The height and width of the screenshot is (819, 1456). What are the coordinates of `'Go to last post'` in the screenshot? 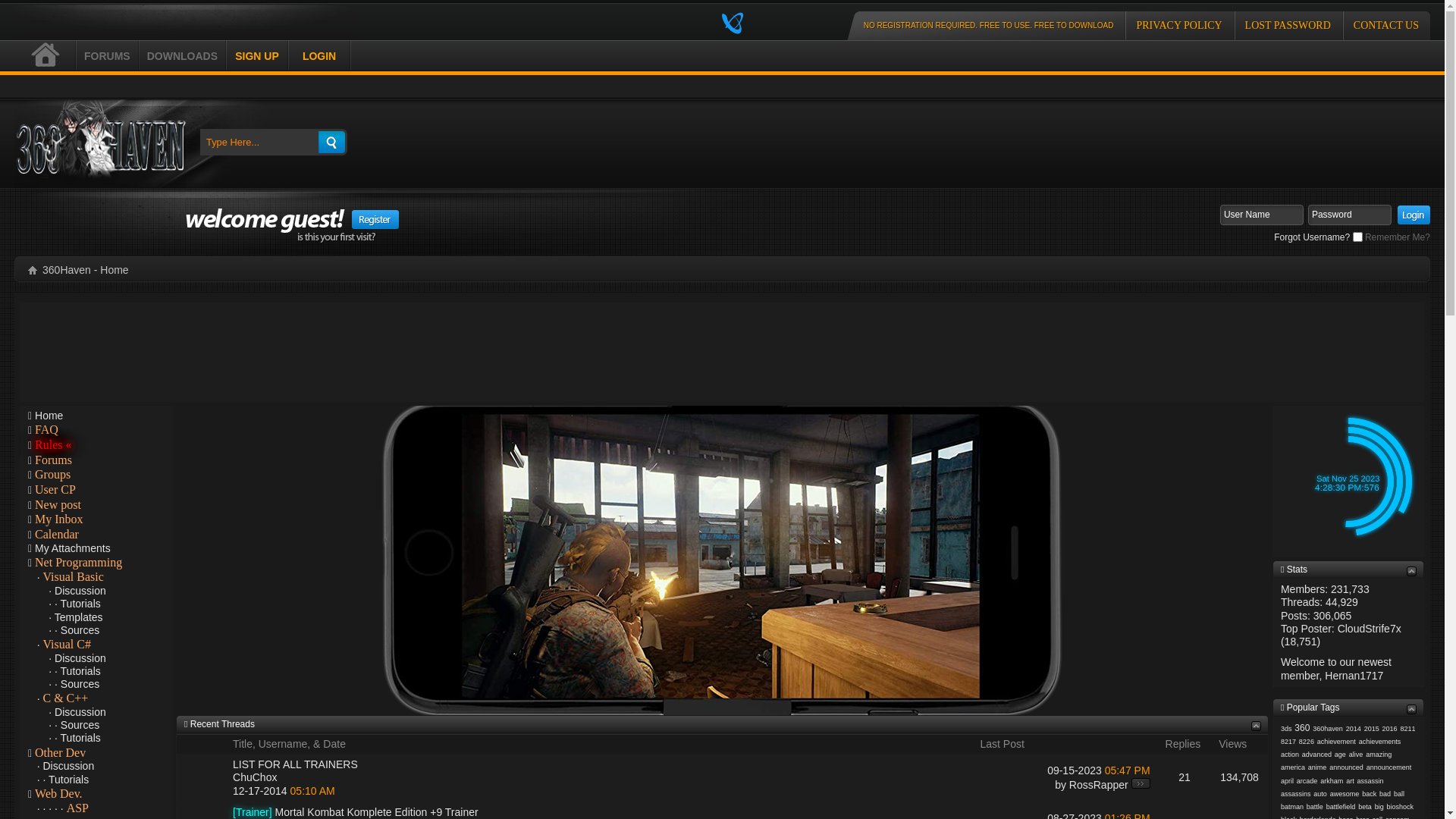 It's located at (1131, 783).